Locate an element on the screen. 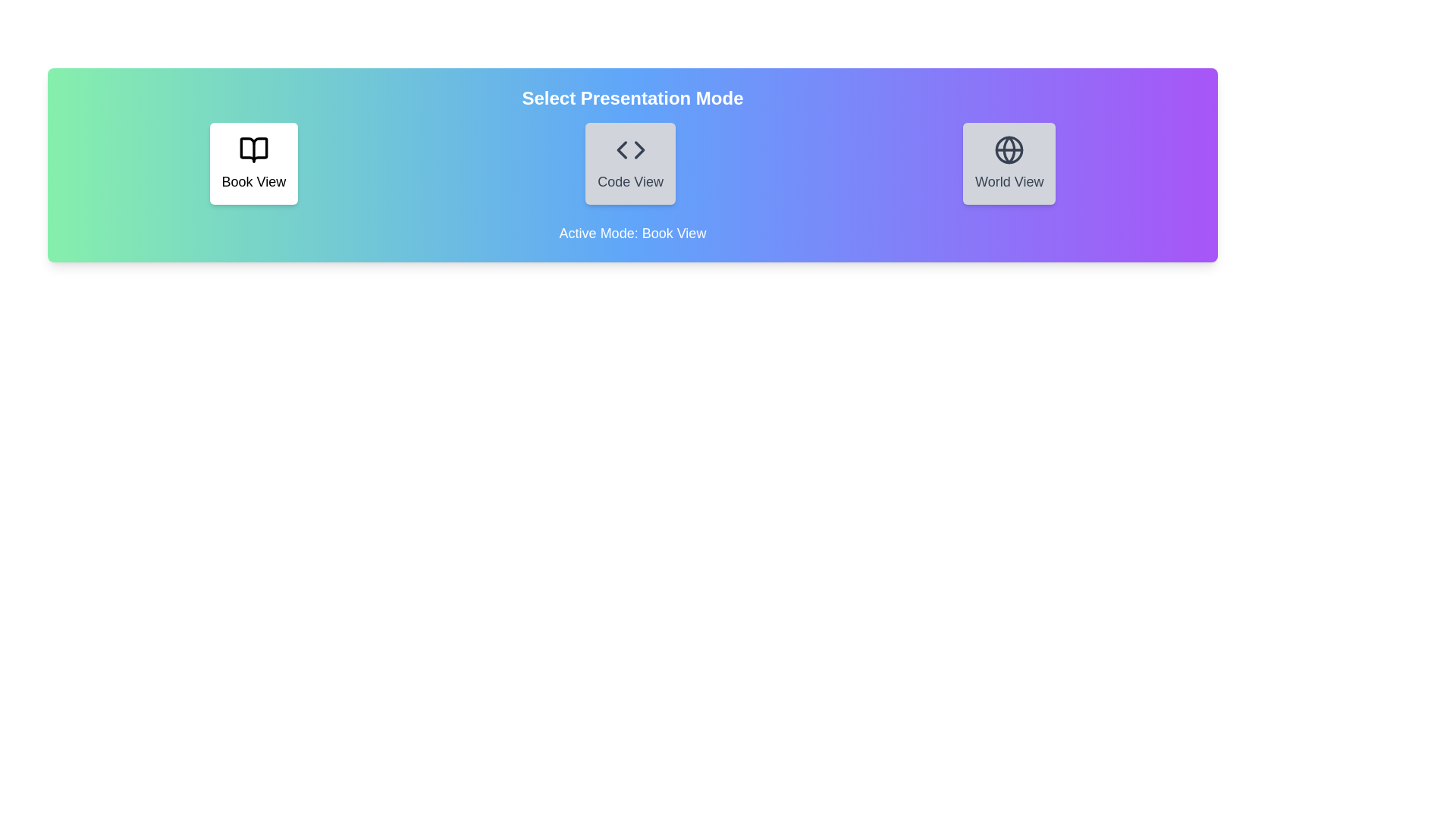 This screenshot has height=819, width=1456. the Book View button to interact with its visual layout is located at coordinates (253, 164).